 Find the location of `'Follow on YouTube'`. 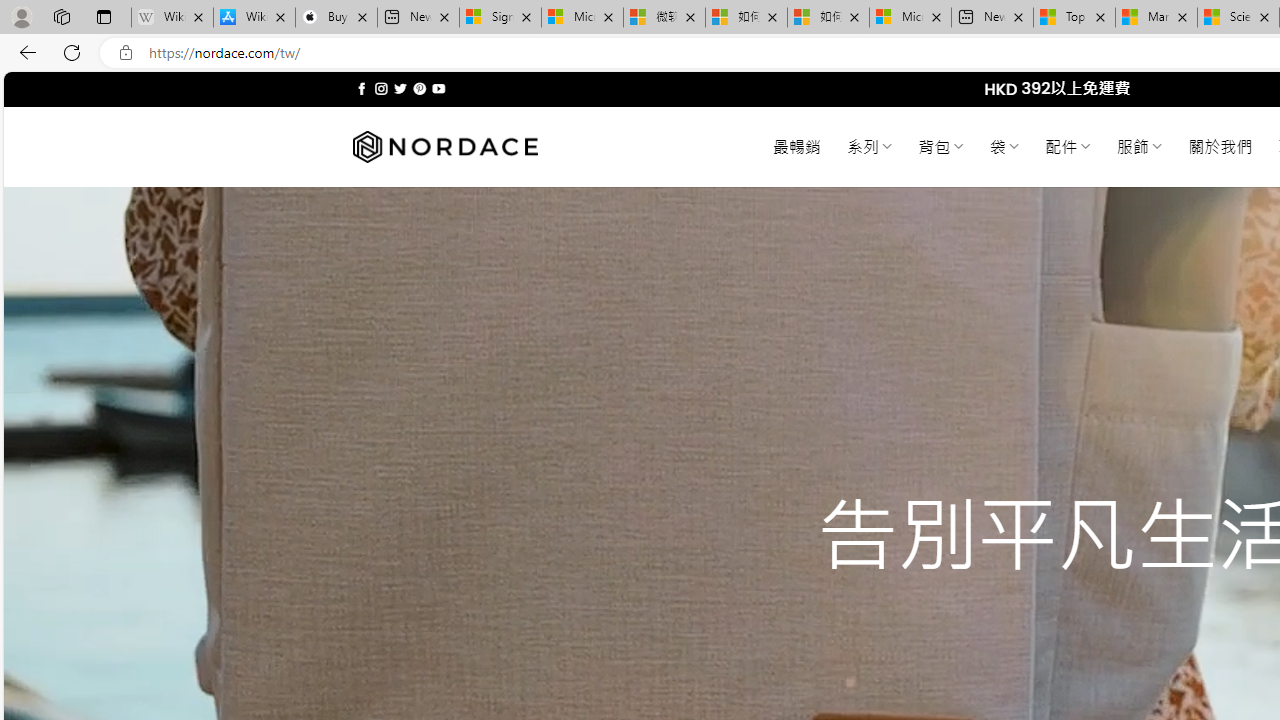

'Follow on YouTube' is located at coordinates (438, 88).